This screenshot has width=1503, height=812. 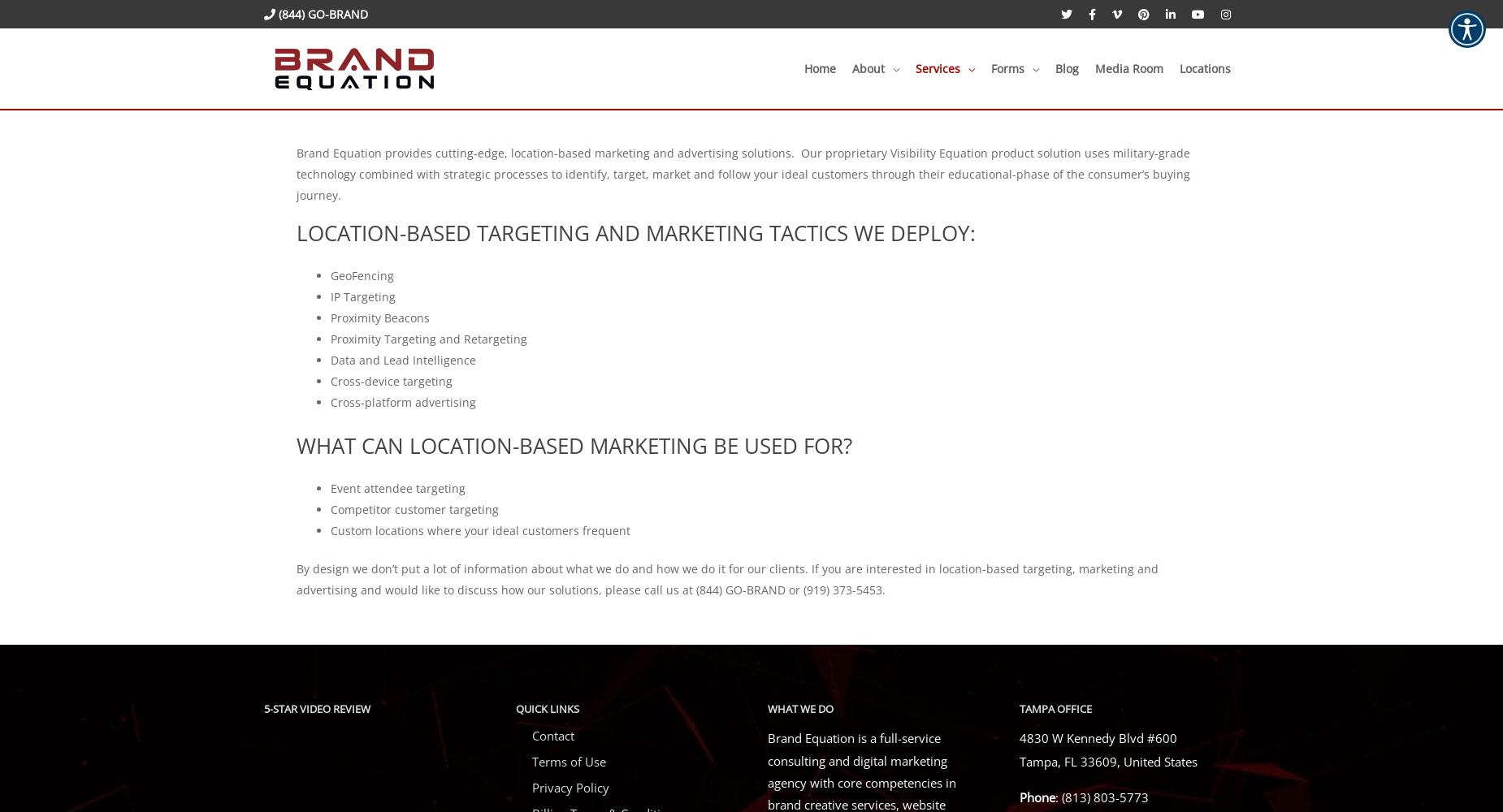 What do you see at coordinates (635, 232) in the screenshot?
I see `'LOCATION-BASED TARGETING AND MARKETING TACTICS WE DEPLOY:'` at bounding box center [635, 232].